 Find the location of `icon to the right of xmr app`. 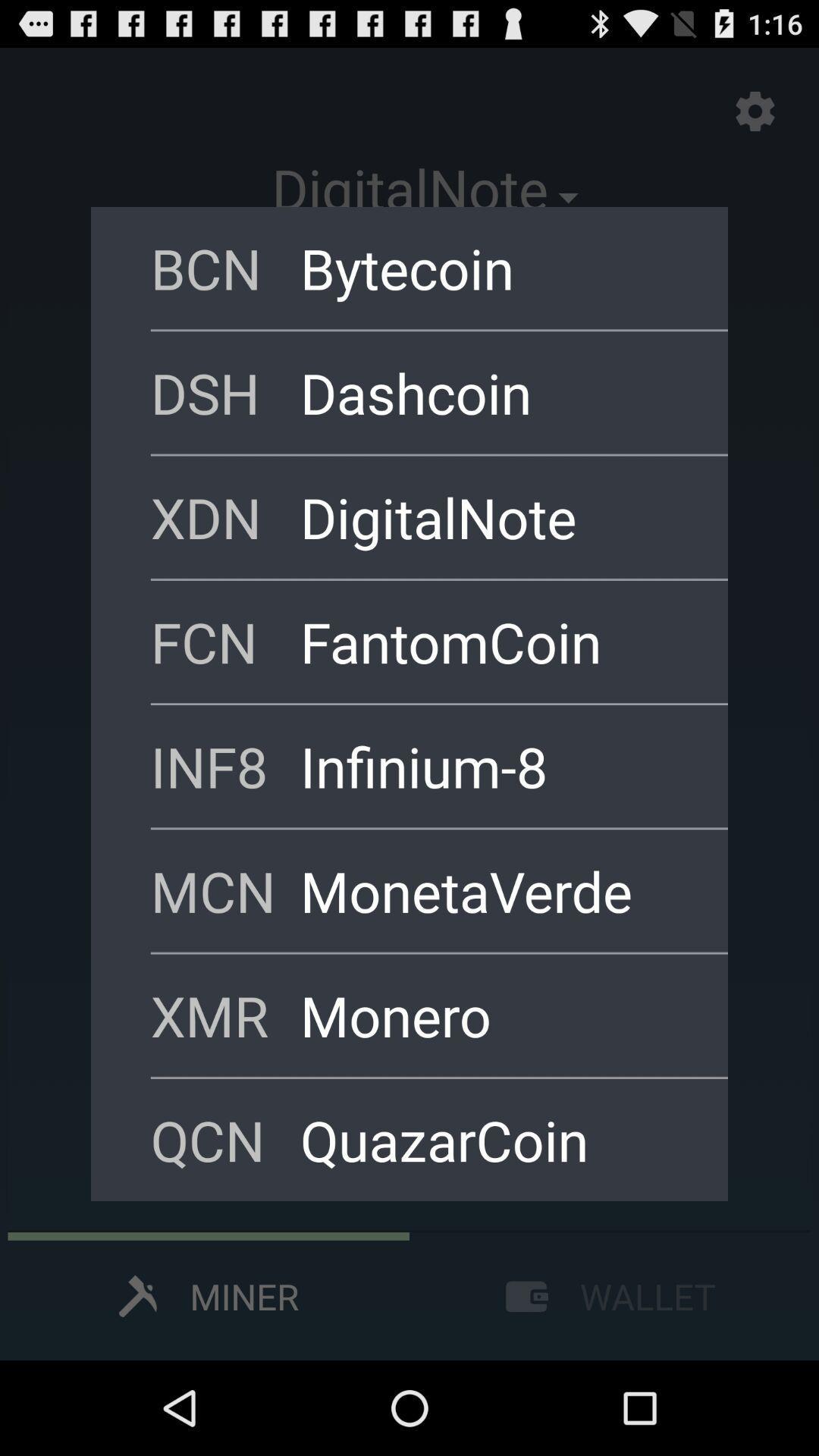

icon to the right of xmr app is located at coordinates (494, 1015).